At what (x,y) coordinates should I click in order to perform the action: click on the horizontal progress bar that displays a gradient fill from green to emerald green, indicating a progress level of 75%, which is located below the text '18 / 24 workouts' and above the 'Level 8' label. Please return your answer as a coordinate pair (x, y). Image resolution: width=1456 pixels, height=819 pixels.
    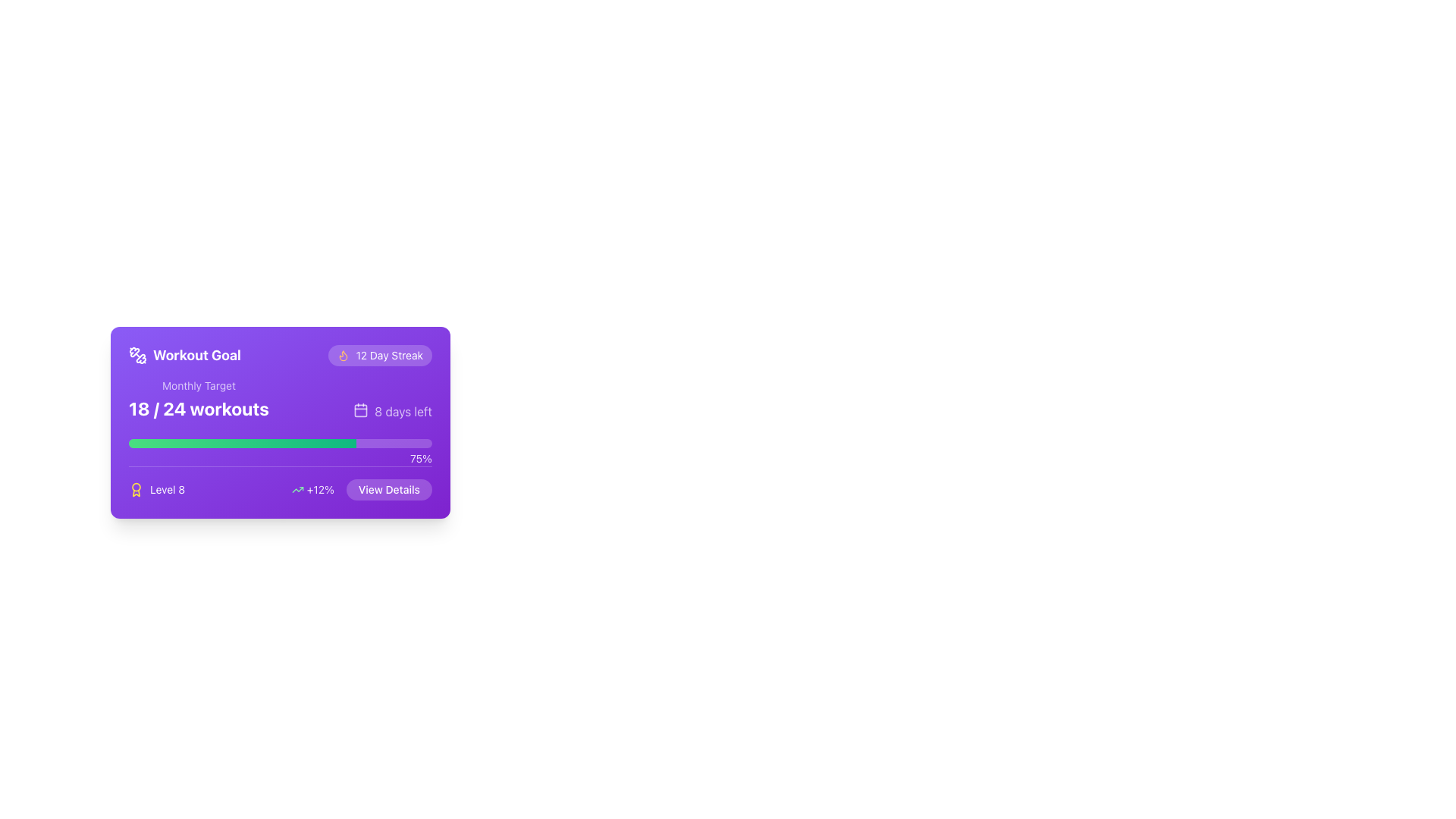
    Looking at the image, I should click on (280, 444).